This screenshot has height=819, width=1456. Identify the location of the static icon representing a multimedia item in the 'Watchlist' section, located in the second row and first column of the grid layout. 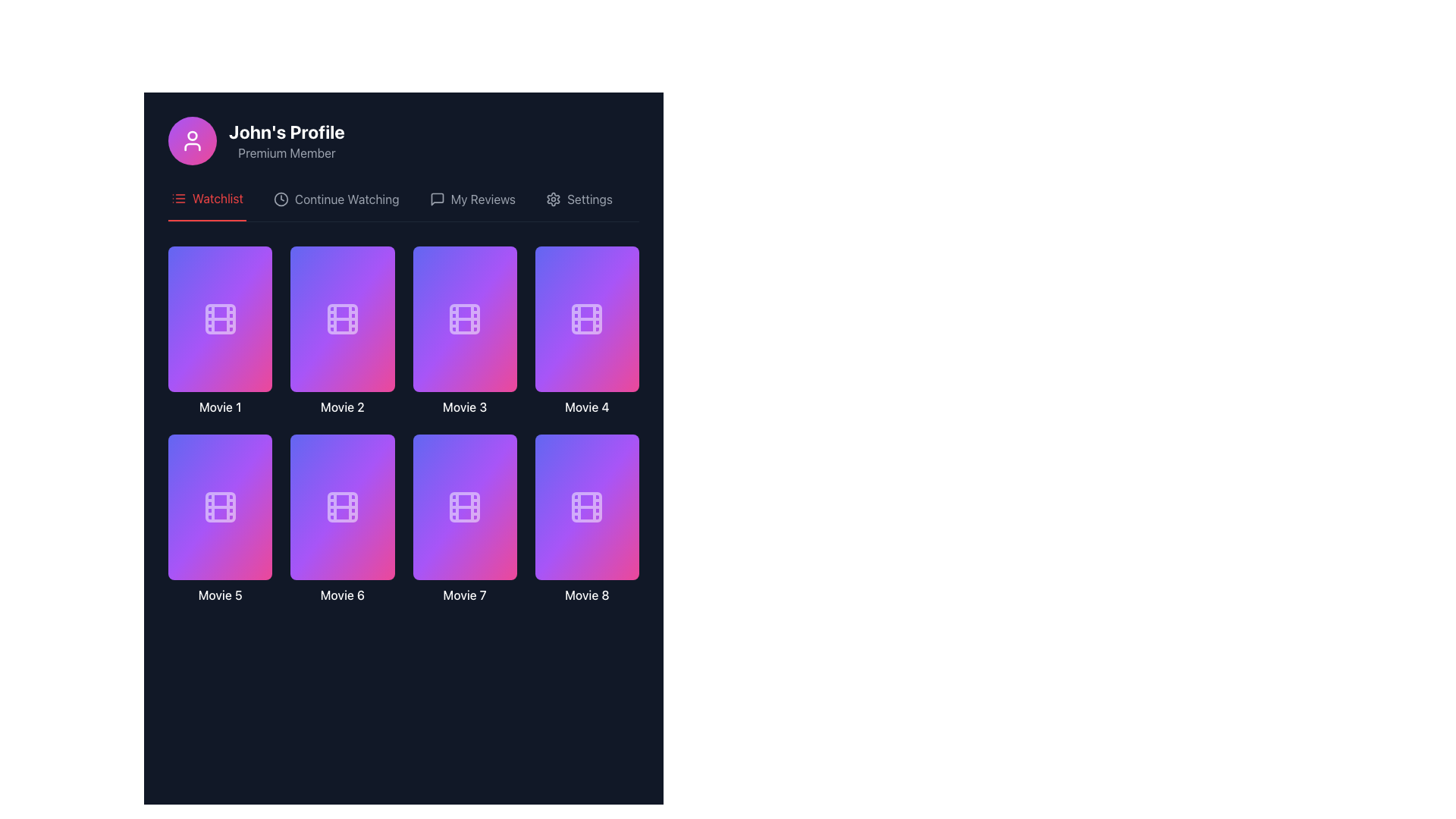
(219, 507).